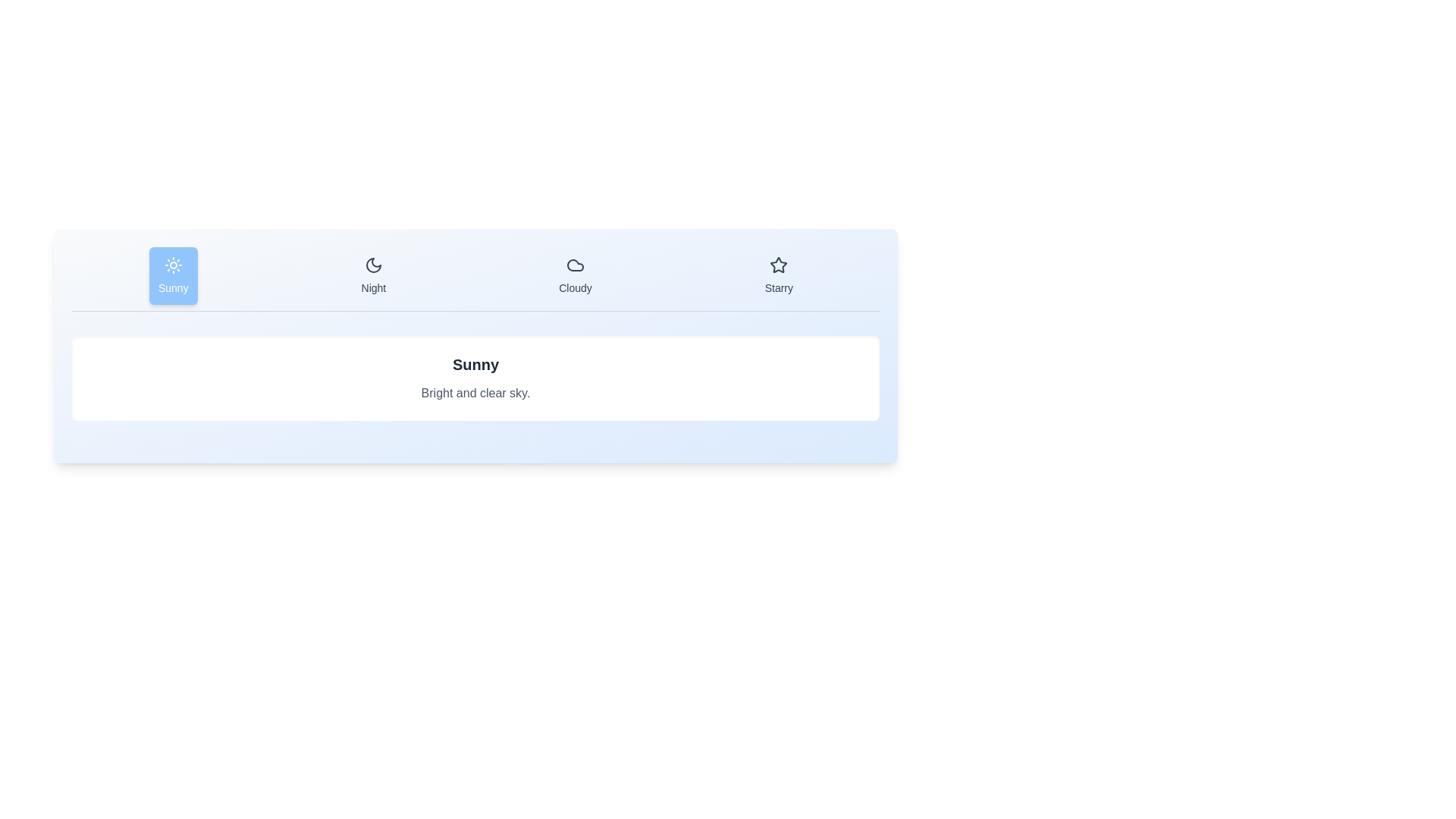 The height and width of the screenshot is (819, 1456). Describe the element at coordinates (373, 275) in the screenshot. I see `the weather condition tab labeled 'Night' to view its description` at that location.